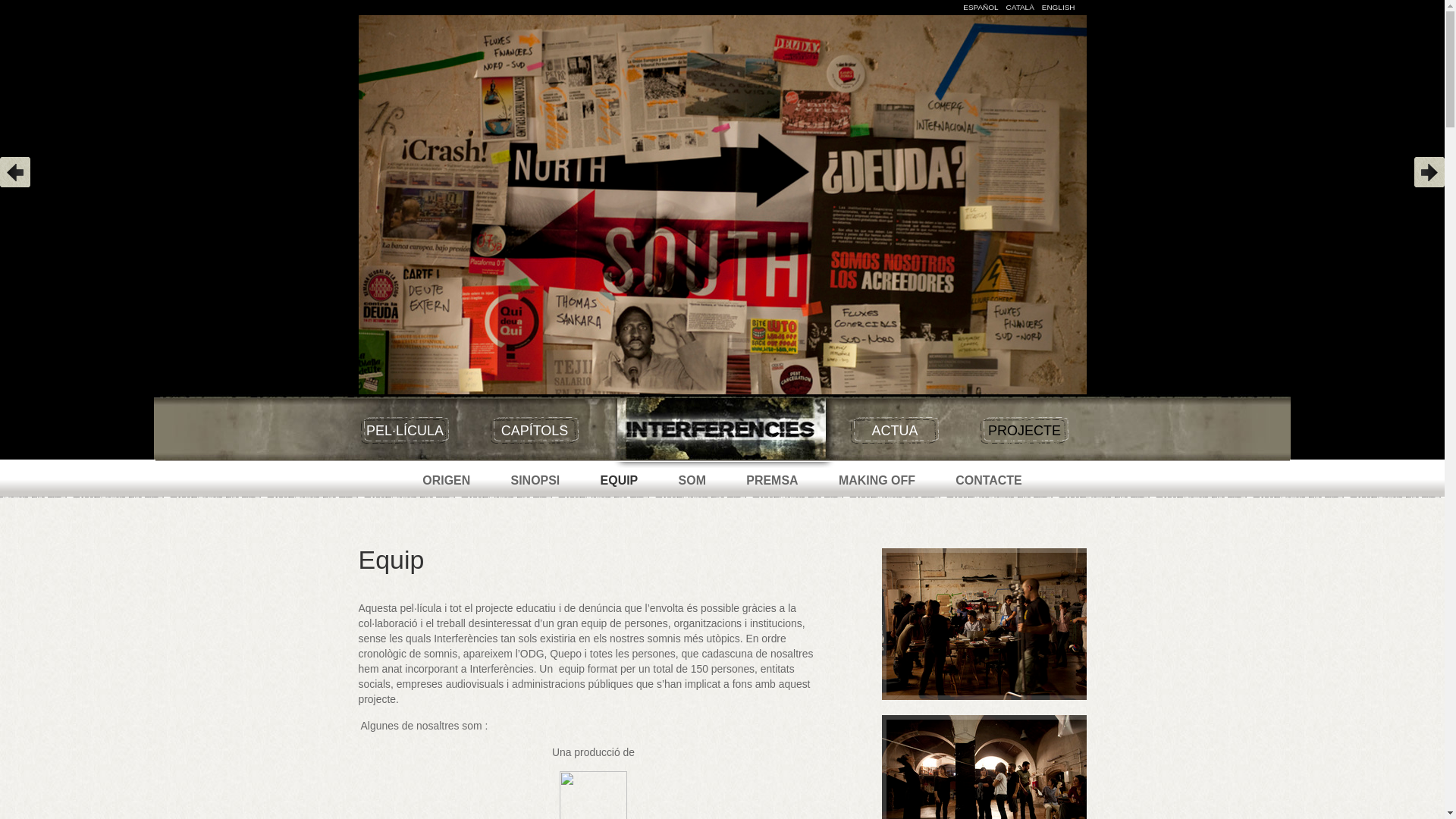  I want to click on 'EQUIP', so click(619, 480).